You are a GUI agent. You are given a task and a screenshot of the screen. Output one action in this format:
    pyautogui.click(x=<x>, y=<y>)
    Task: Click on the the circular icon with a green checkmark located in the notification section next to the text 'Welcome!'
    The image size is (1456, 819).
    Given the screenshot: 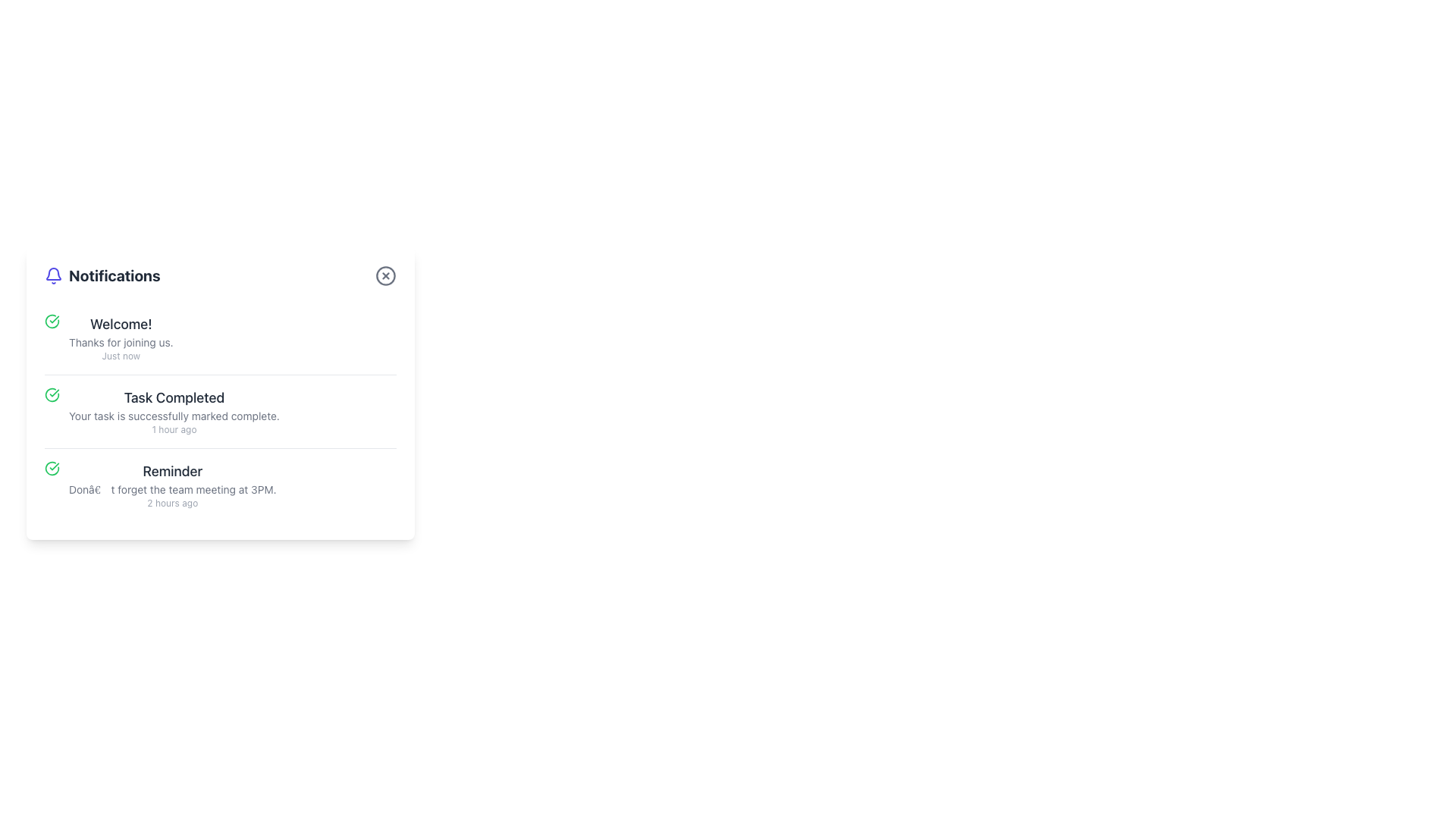 What is the action you would take?
    pyautogui.click(x=52, y=321)
    